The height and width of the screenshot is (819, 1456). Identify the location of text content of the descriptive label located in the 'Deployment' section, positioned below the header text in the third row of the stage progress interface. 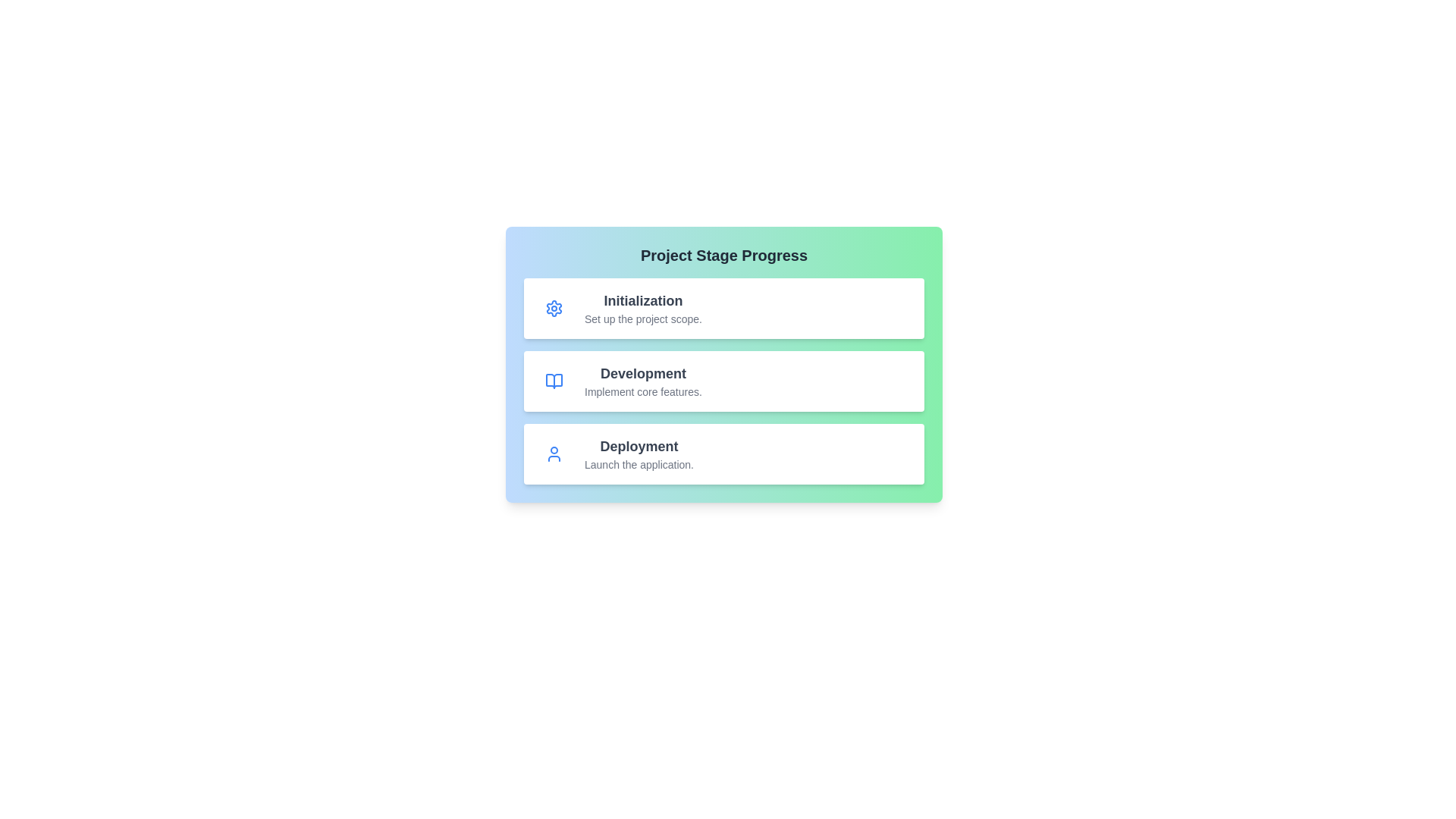
(639, 464).